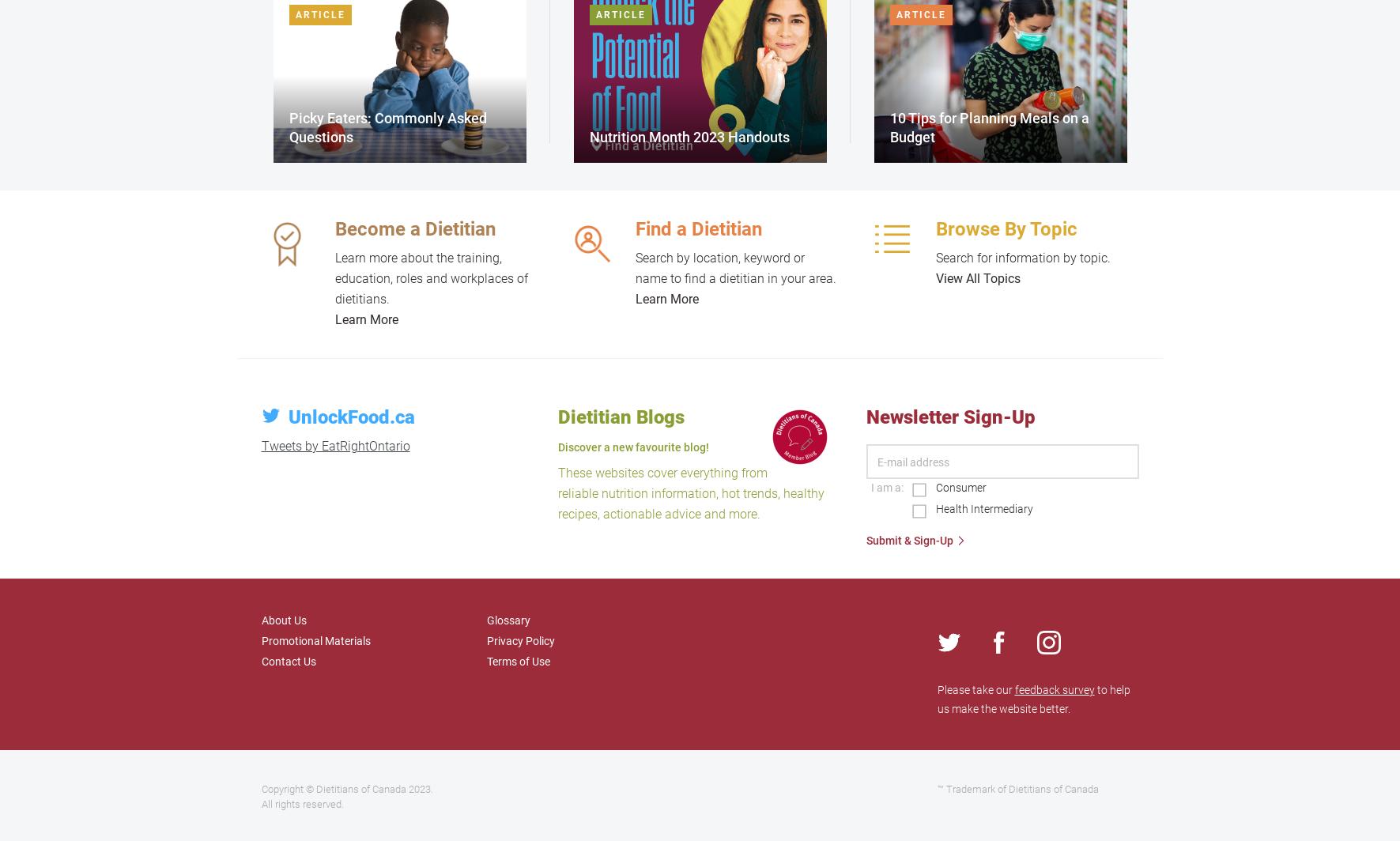  I want to click on 'Contact Us', so click(259, 660).